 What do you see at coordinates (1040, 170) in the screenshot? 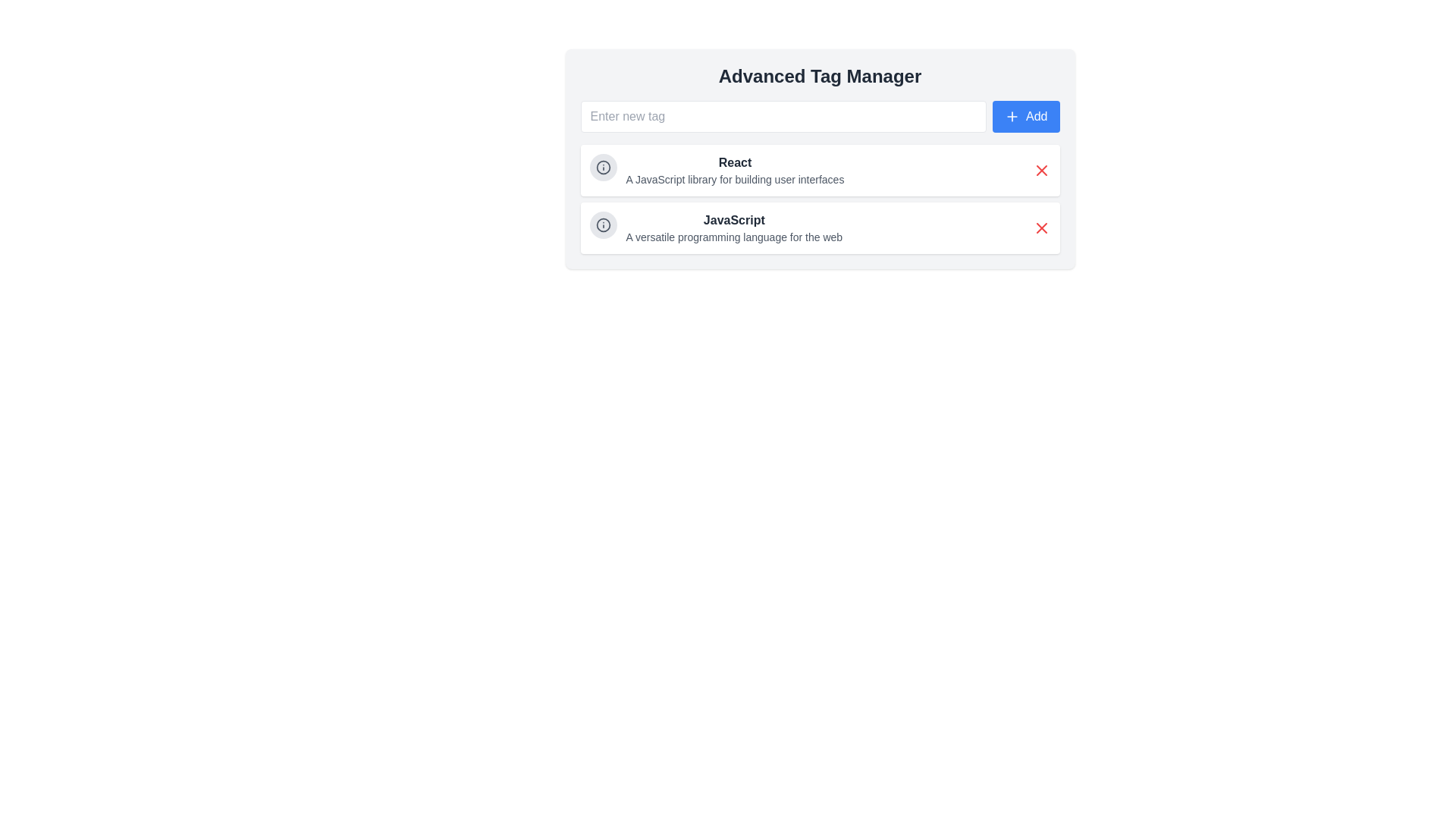
I see `the Close icon button located at the far-right end of the first row in the vertically stacked list of items` at bounding box center [1040, 170].